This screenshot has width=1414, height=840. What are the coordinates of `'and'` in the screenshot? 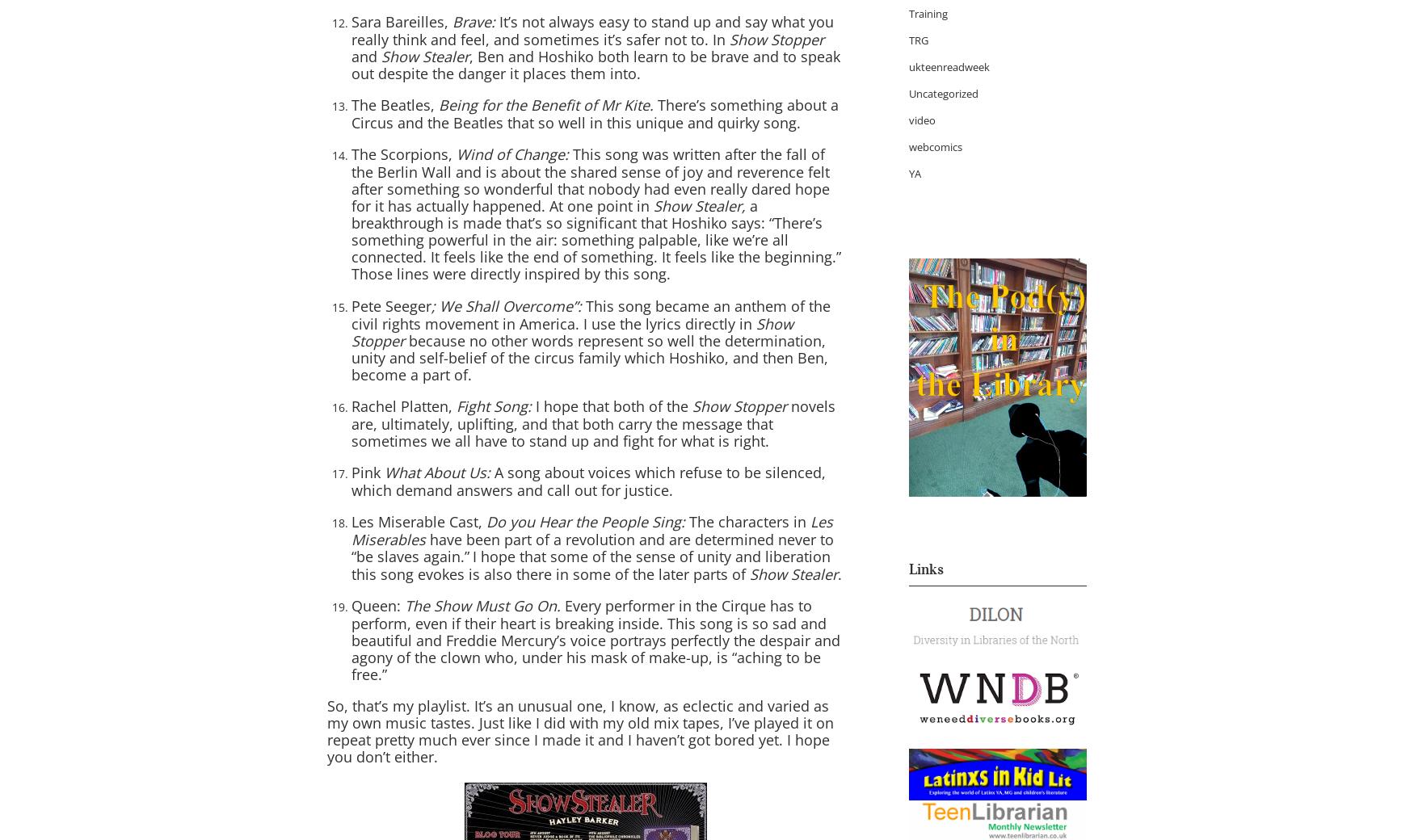 It's located at (366, 55).